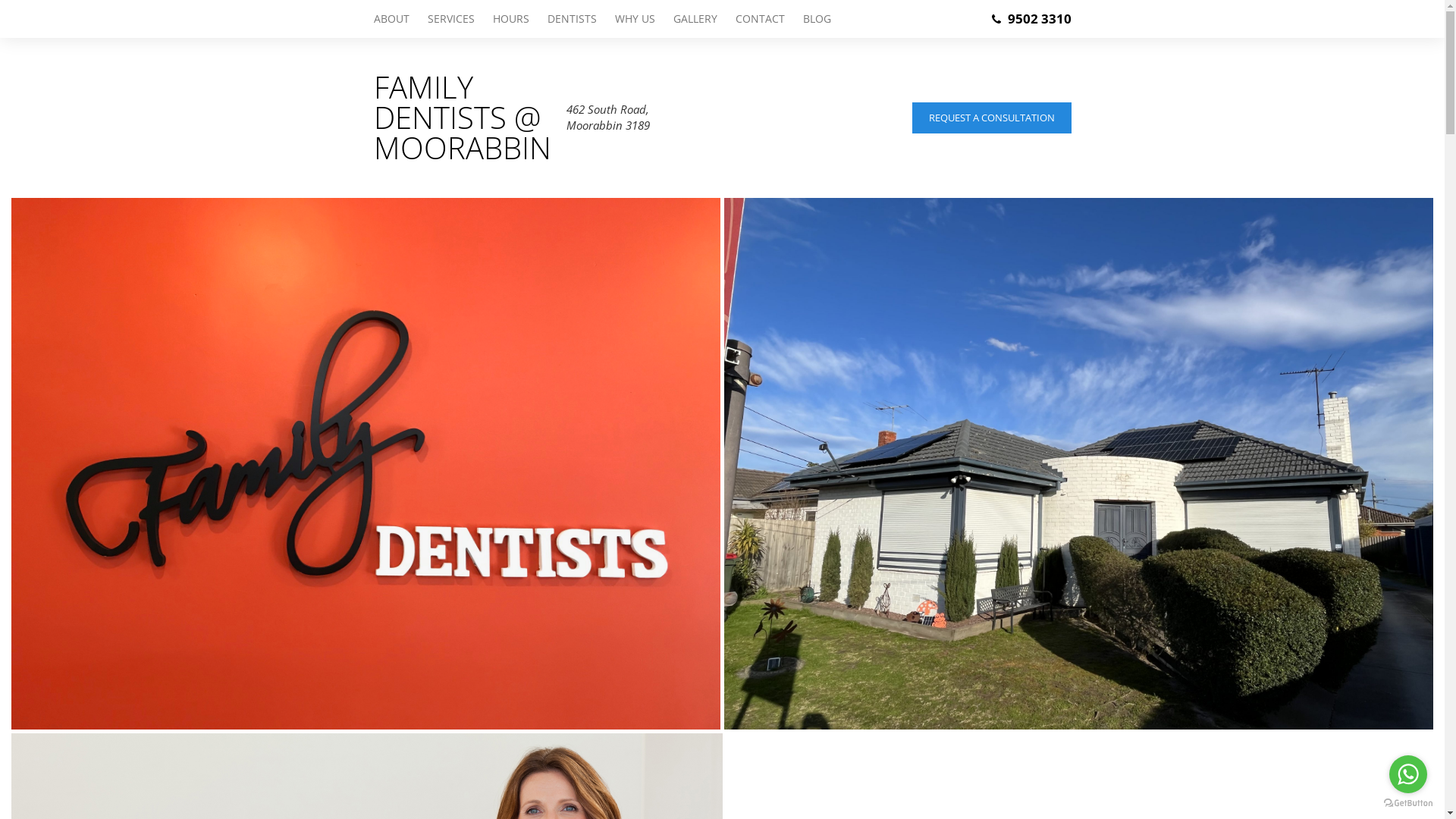  What do you see at coordinates (372, 116) in the screenshot?
I see `'FAMILY DENTISTS @ MOORABBIN'` at bounding box center [372, 116].